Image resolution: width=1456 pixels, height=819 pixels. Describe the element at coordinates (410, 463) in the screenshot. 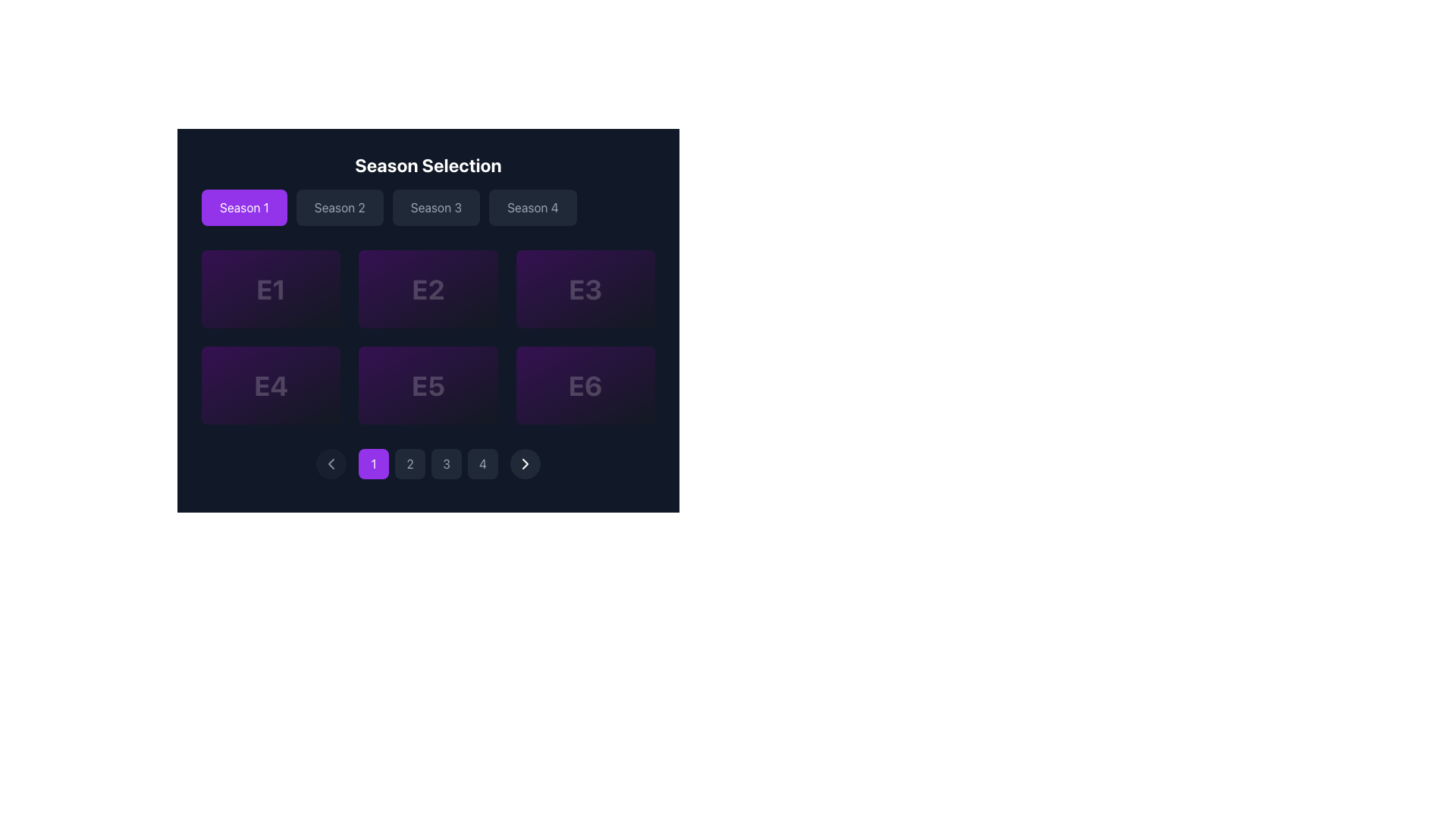

I see `the second pagination button located below the main content area, specifically under the grid of episode tiles labeled 'E1' to 'E6'` at that location.